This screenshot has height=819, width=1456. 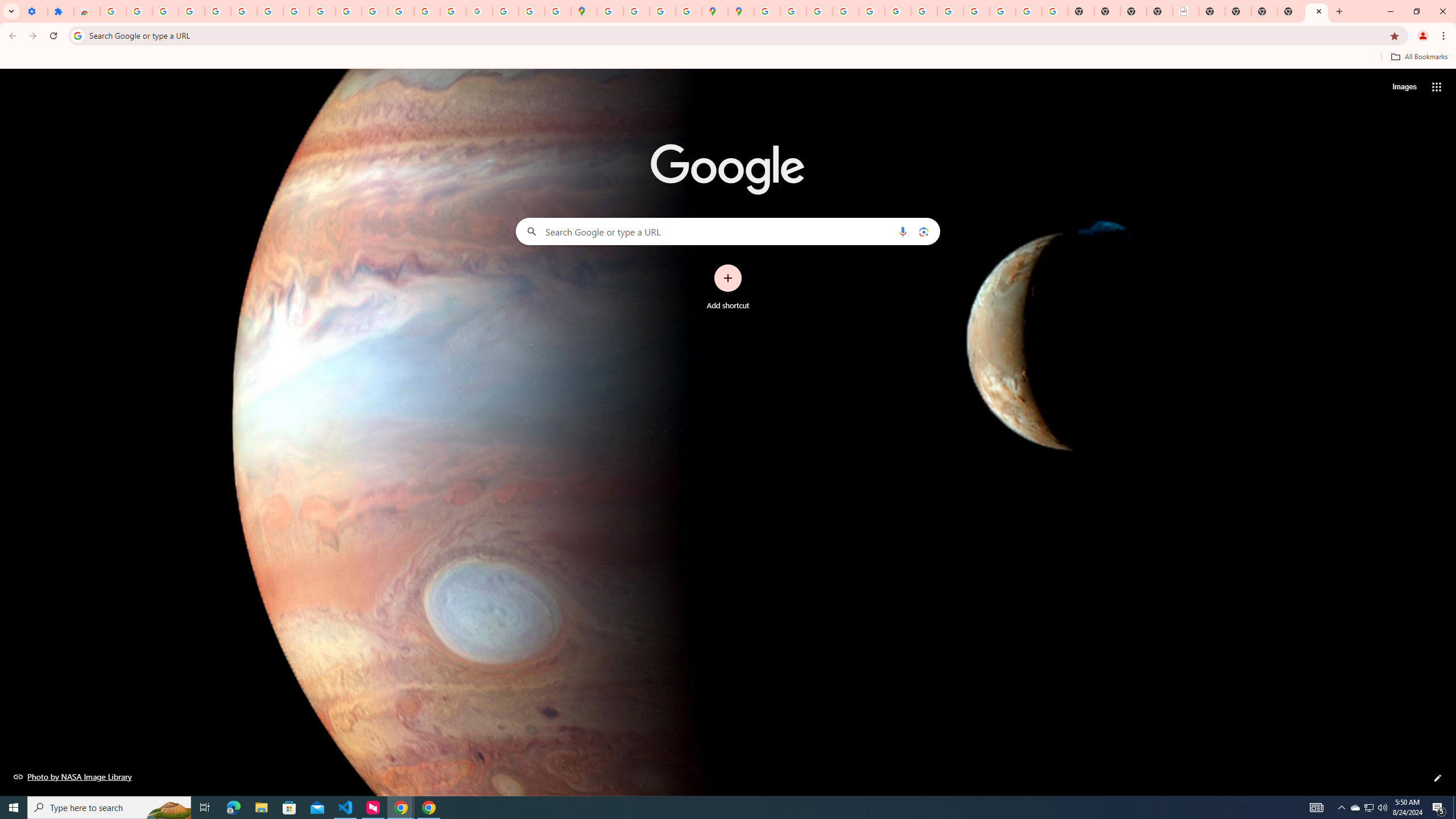 I want to click on 'Photo by NASA Image Library', so click(x=72, y=776).